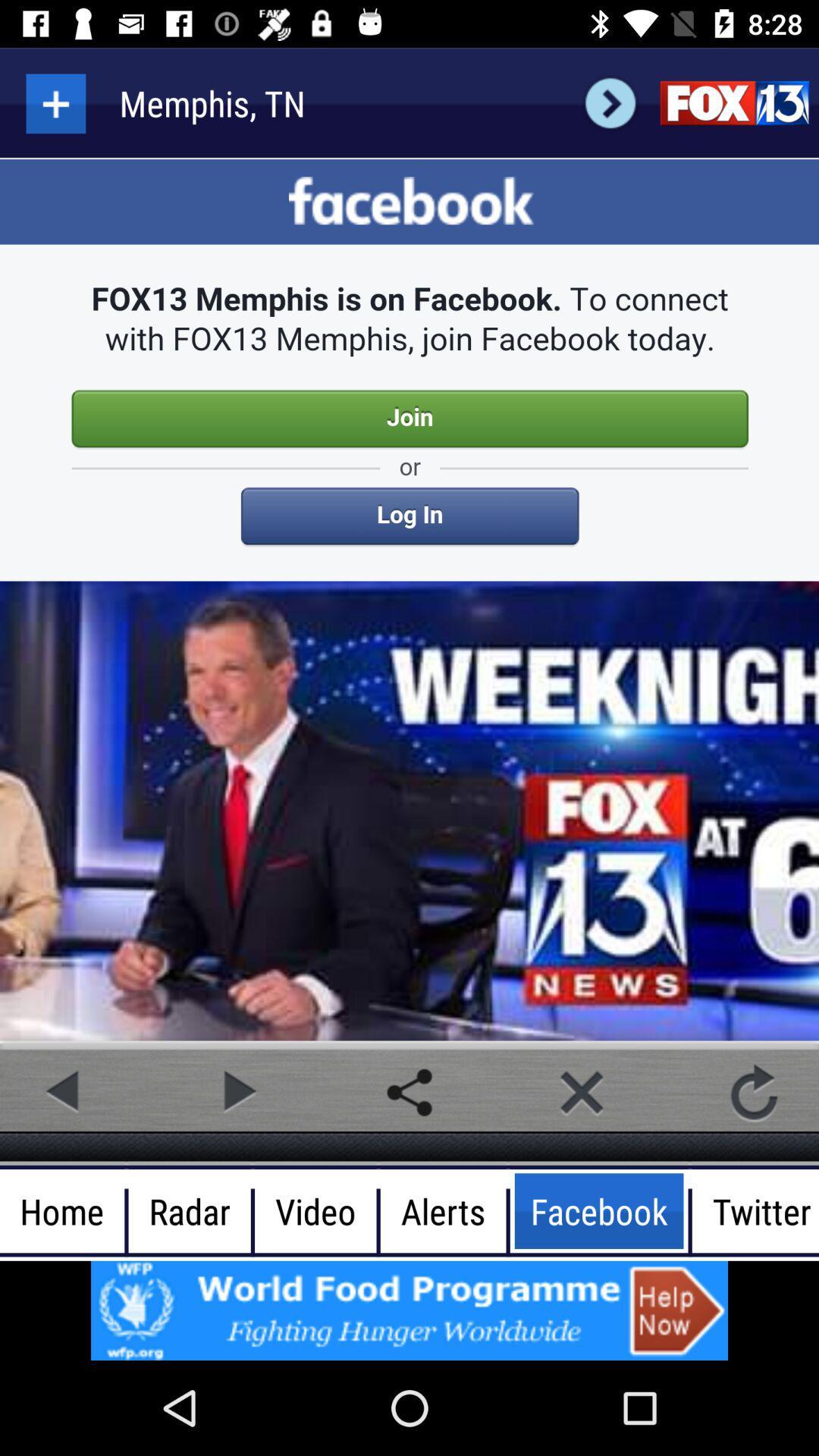 Image resolution: width=819 pixels, height=1456 pixels. Describe the element at coordinates (409, 1092) in the screenshot. I see `share this` at that location.